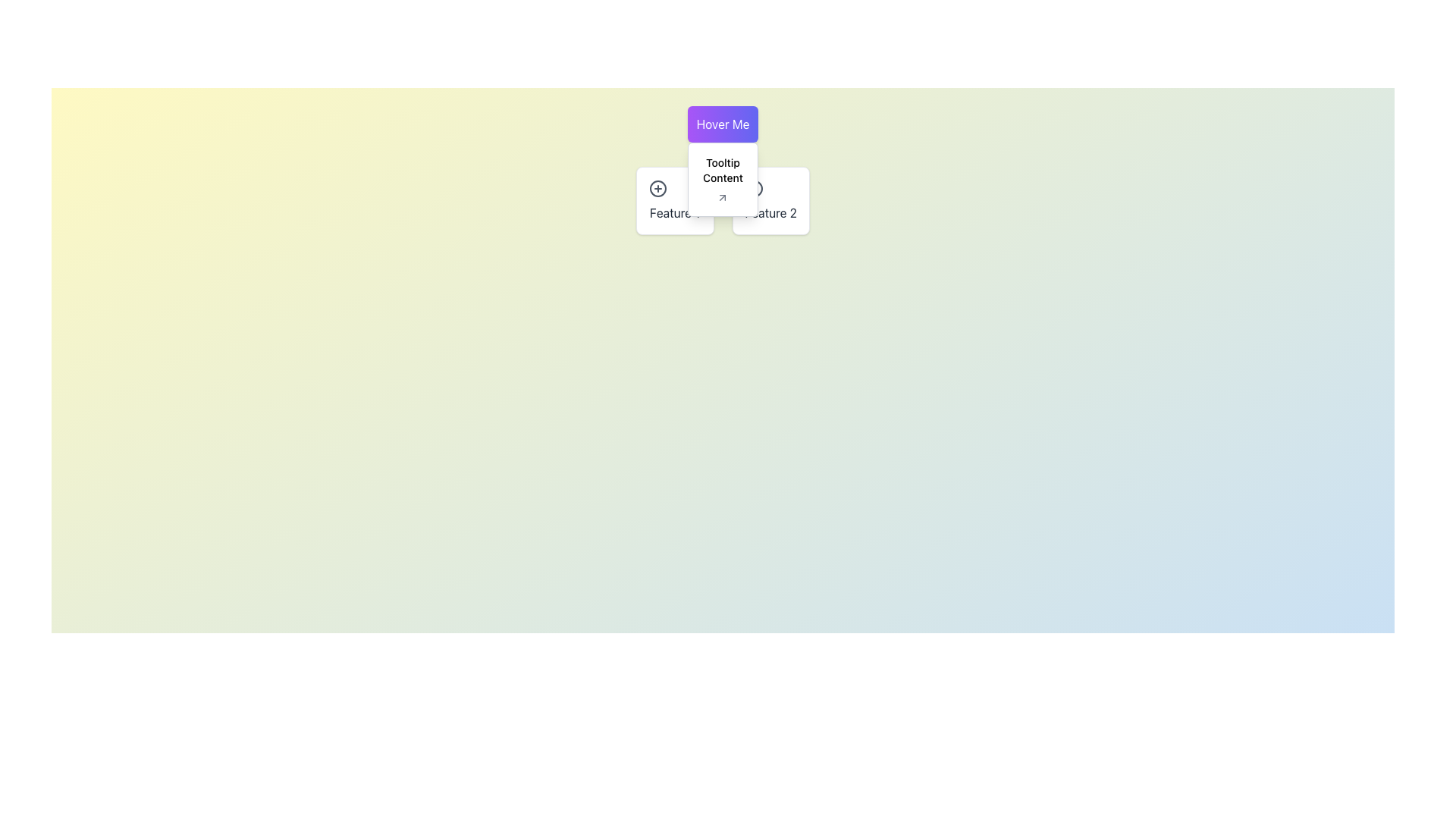 This screenshot has width=1456, height=819. I want to click on the rectangular button with rounded corners that has a gradient background transitioning from purple to indigo and contains the text 'Hover Me' in white sans-serif font, so click(722, 124).